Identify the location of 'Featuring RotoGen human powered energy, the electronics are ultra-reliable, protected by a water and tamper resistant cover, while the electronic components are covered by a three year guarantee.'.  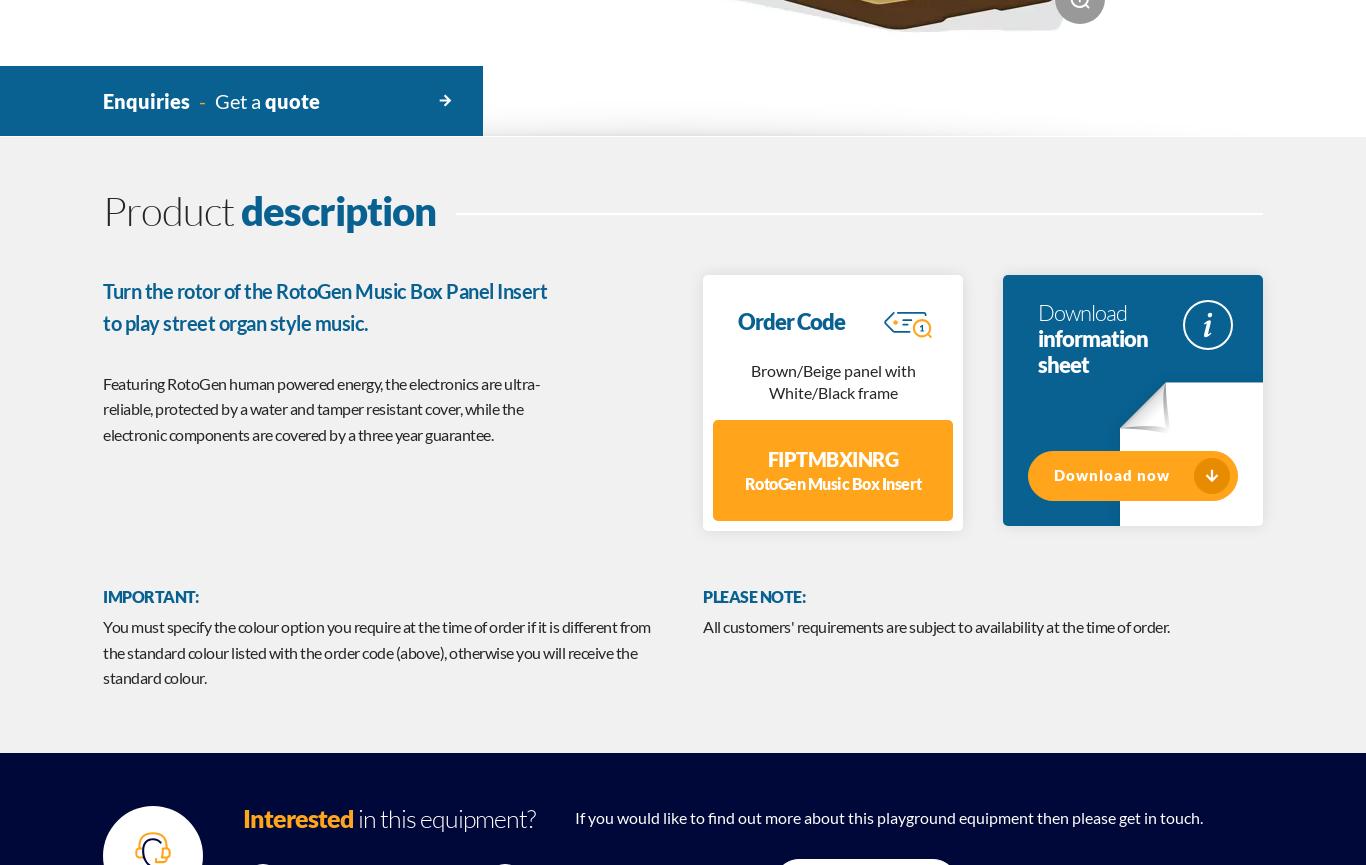
(102, 408).